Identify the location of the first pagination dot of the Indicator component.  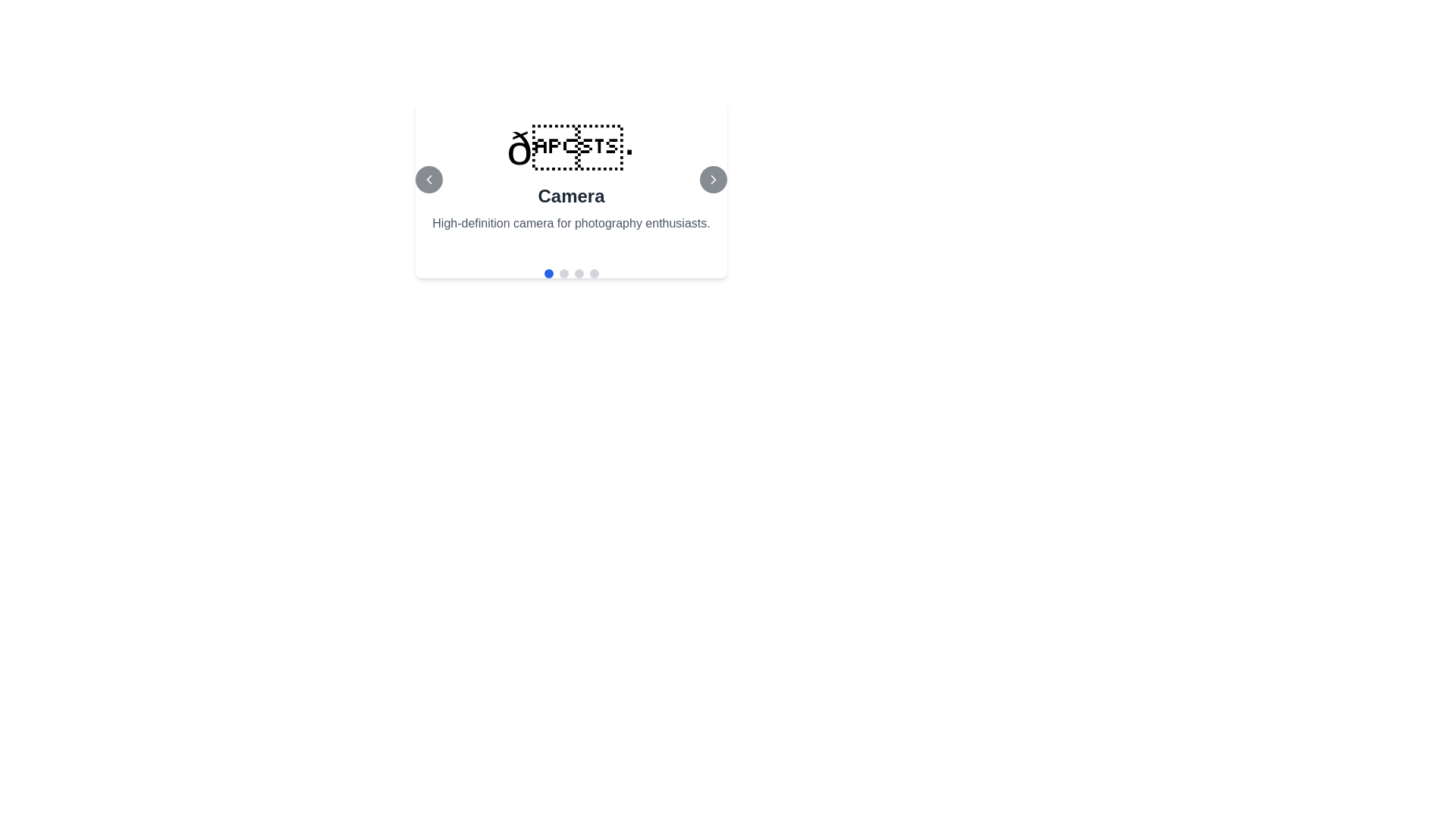
(570, 274).